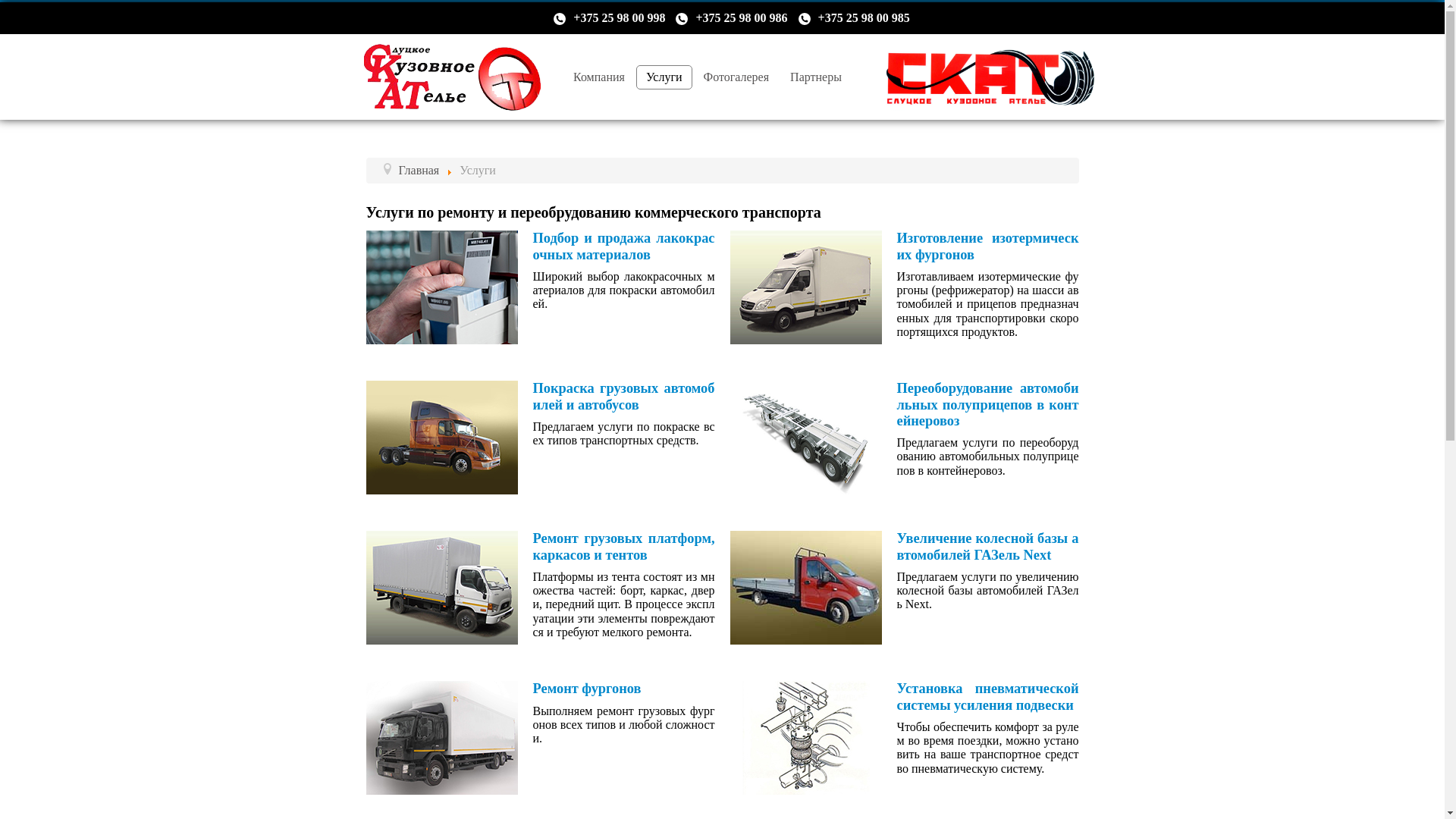 The height and width of the screenshot is (819, 1456). Describe the element at coordinates (619, 17) in the screenshot. I see `'+375 25 98 00 998'` at that location.